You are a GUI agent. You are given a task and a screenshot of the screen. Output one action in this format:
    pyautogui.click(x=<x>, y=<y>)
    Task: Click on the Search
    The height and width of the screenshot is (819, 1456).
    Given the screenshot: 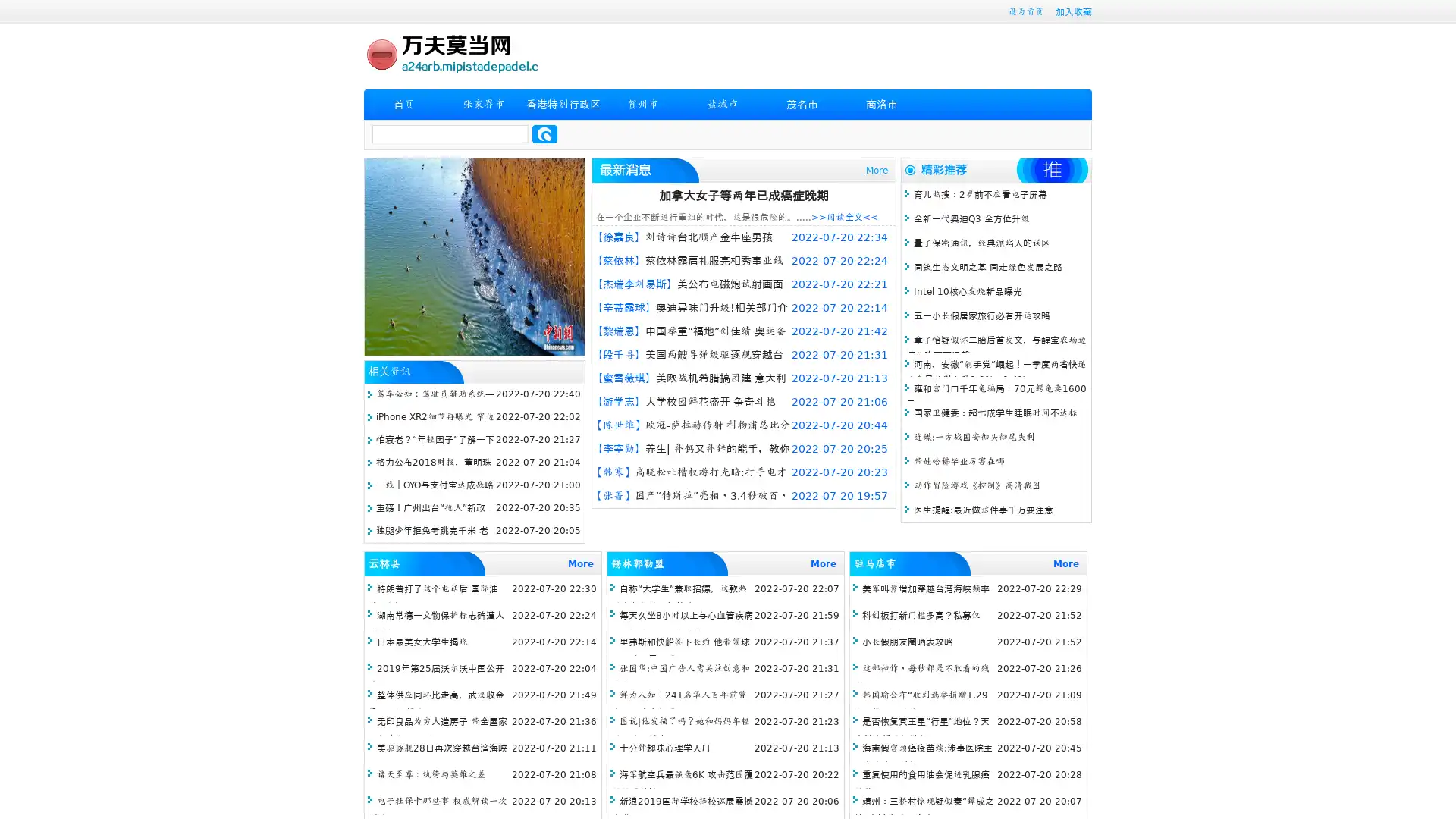 What is the action you would take?
    pyautogui.click(x=544, y=133)
    